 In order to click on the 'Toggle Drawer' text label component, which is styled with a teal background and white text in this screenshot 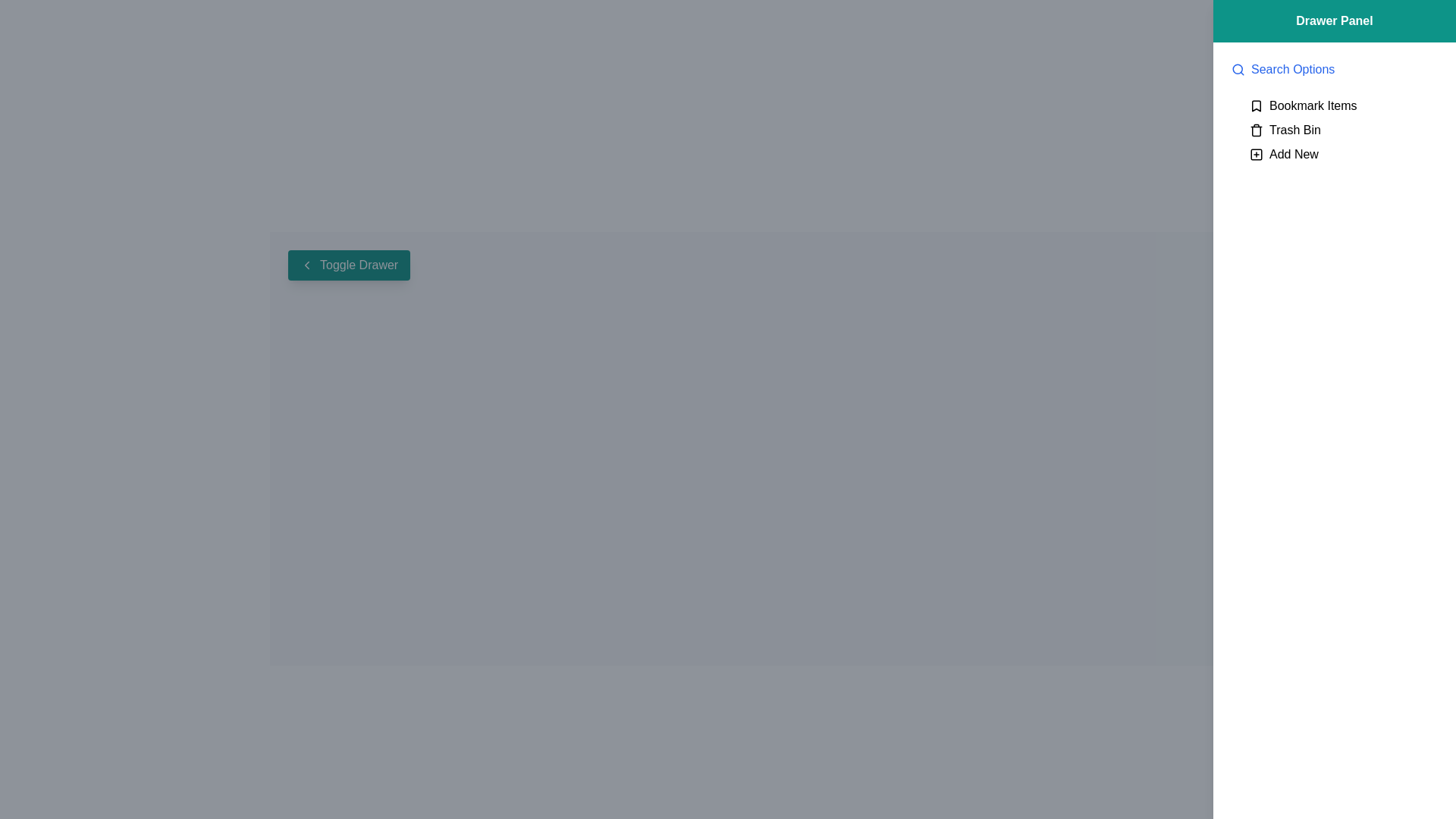, I will do `click(358, 265)`.